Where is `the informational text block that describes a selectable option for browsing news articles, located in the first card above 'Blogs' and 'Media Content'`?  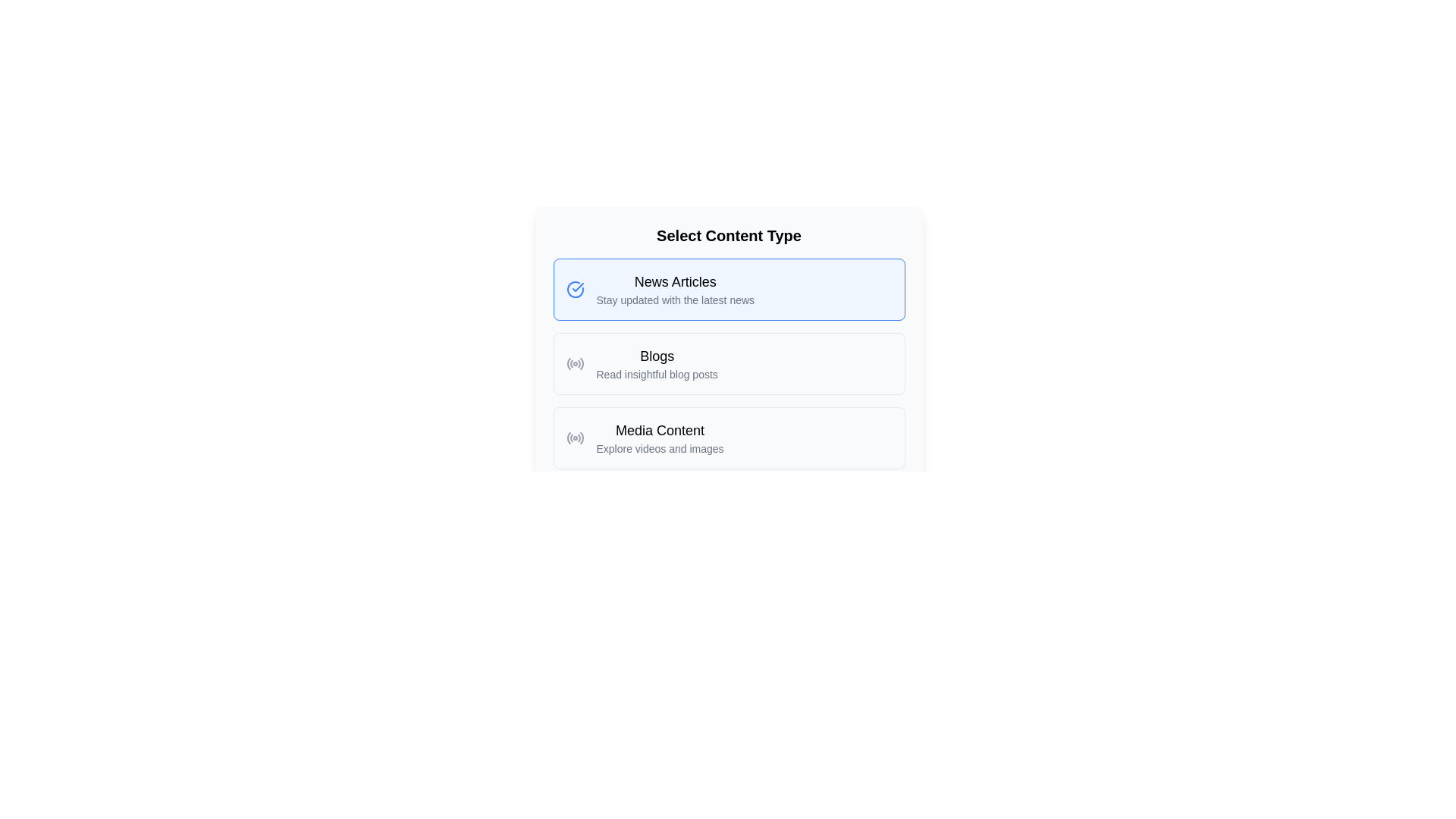
the informational text block that describes a selectable option for browsing news articles, located in the first card above 'Blogs' and 'Media Content' is located at coordinates (674, 289).